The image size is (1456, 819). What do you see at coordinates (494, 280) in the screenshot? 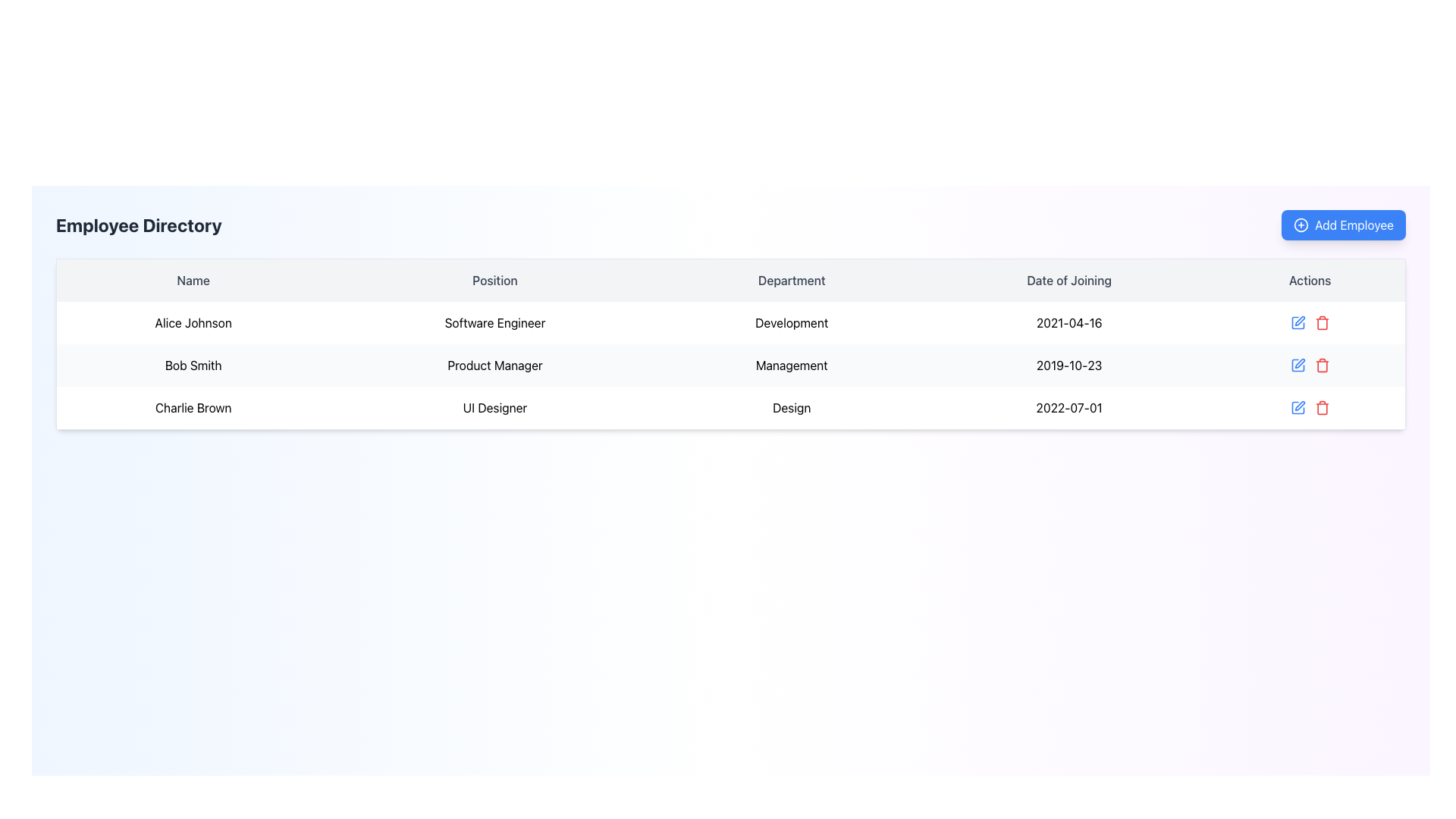
I see `the Table Header Cell displaying 'Position' in a medium-weight gray font, which is the second column header in the table, located between 'Name' and 'Department'` at bounding box center [494, 280].